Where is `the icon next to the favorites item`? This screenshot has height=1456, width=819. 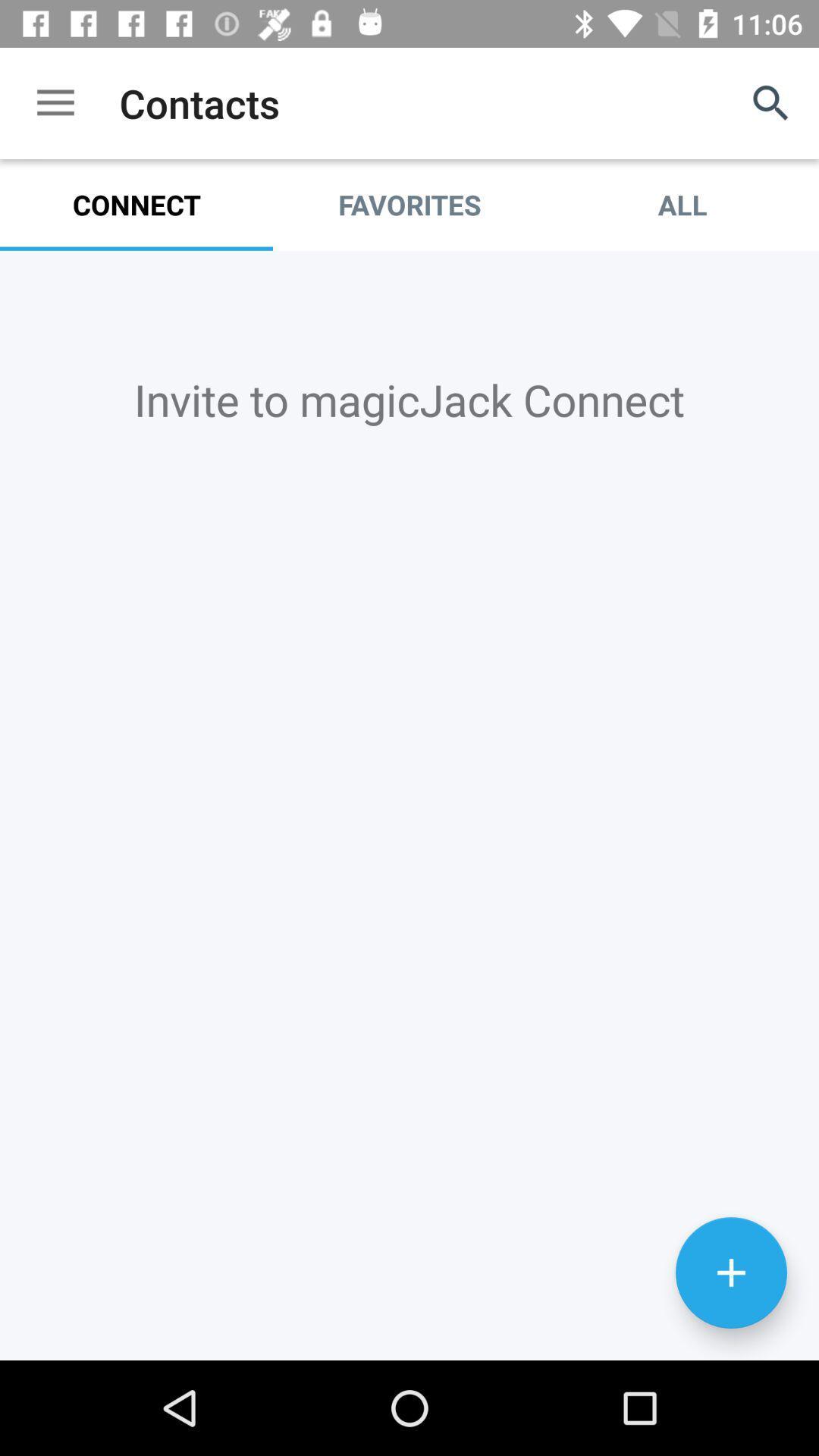 the icon next to the favorites item is located at coordinates (771, 102).